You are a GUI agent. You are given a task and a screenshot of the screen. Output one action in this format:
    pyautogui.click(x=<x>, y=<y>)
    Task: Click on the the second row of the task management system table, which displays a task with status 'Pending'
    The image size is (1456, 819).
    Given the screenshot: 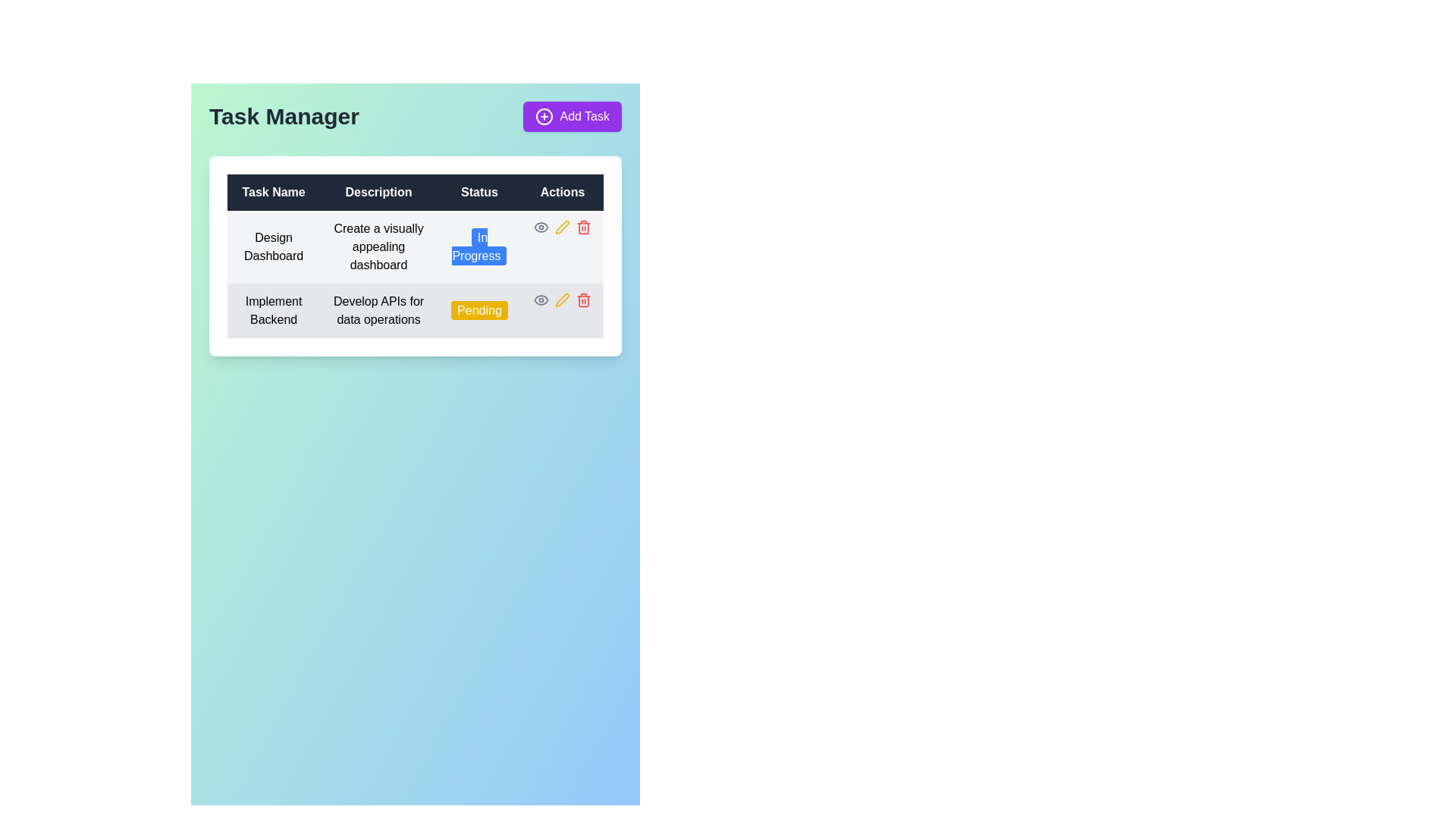 What is the action you would take?
    pyautogui.click(x=415, y=309)
    